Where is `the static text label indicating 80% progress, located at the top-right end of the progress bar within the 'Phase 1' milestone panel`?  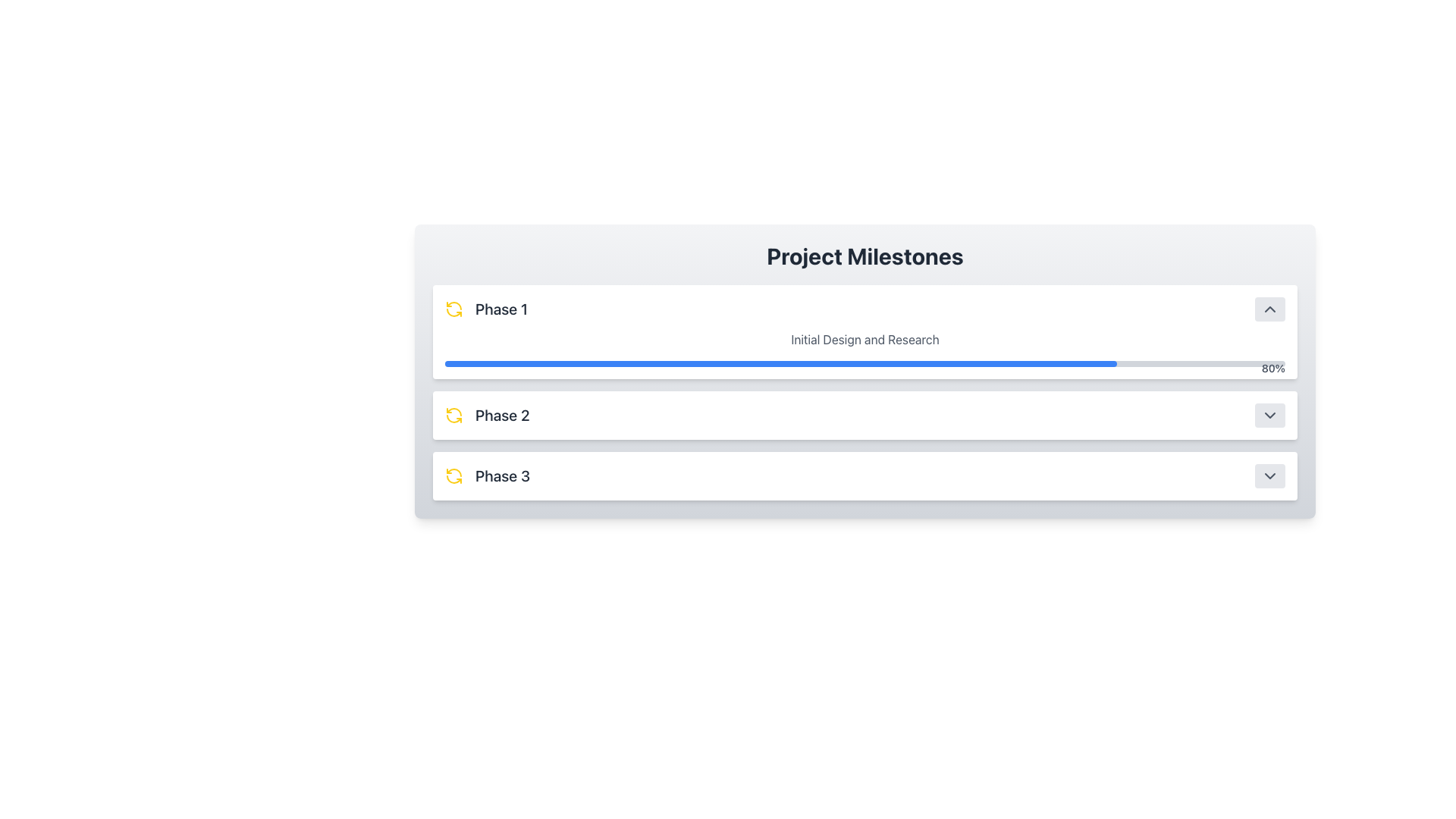
the static text label indicating 80% progress, located at the top-right end of the progress bar within the 'Phase 1' milestone panel is located at coordinates (1273, 369).